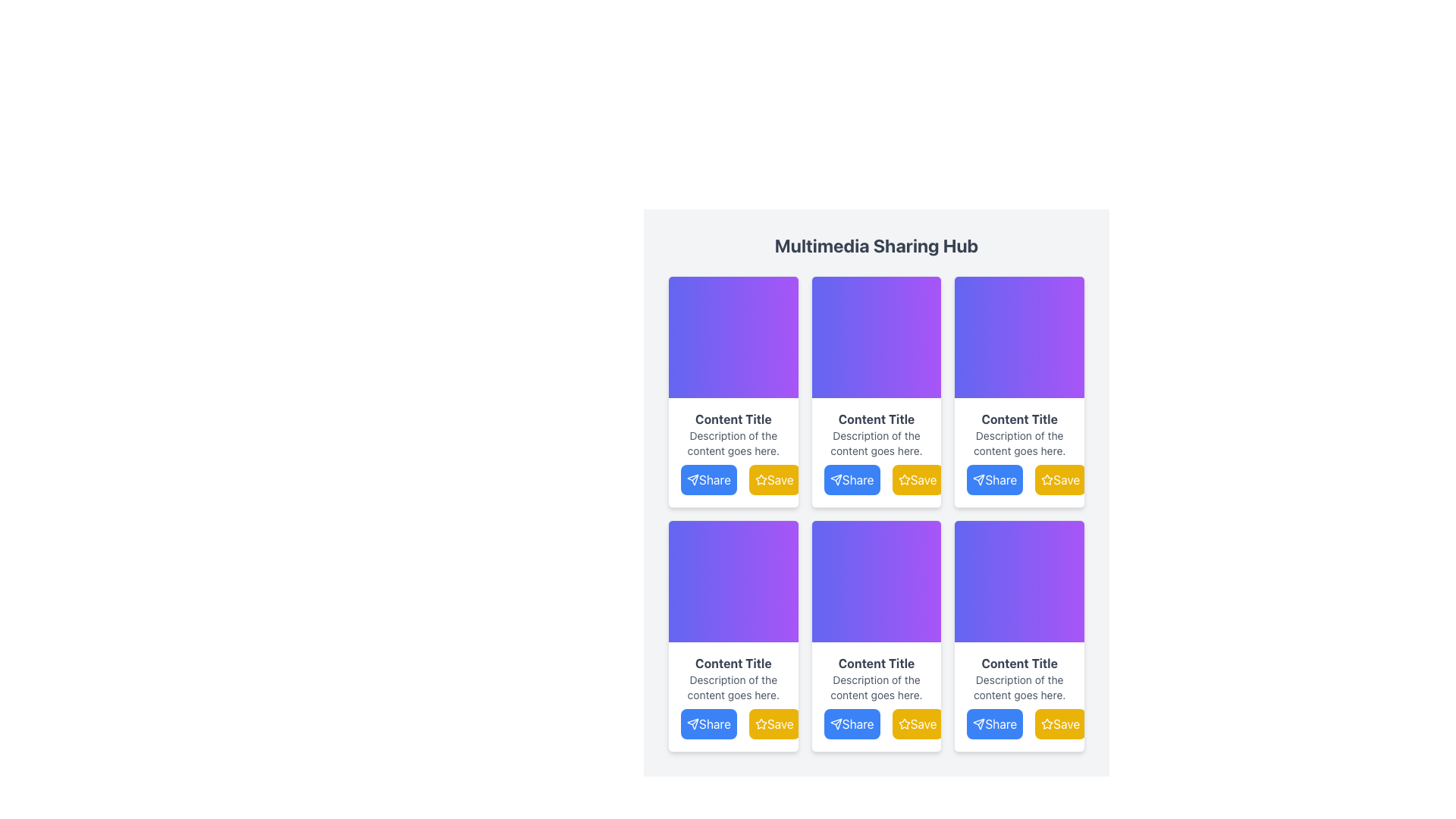 The height and width of the screenshot is (819, 1456). Describe the element at coordinates (904, 479) in the screenshot. I see `the star-shaped icon with a yellow fill and white border located within the 'Save' button in the bottom-right corner of the second card in the first row of the grid layout` at that location.